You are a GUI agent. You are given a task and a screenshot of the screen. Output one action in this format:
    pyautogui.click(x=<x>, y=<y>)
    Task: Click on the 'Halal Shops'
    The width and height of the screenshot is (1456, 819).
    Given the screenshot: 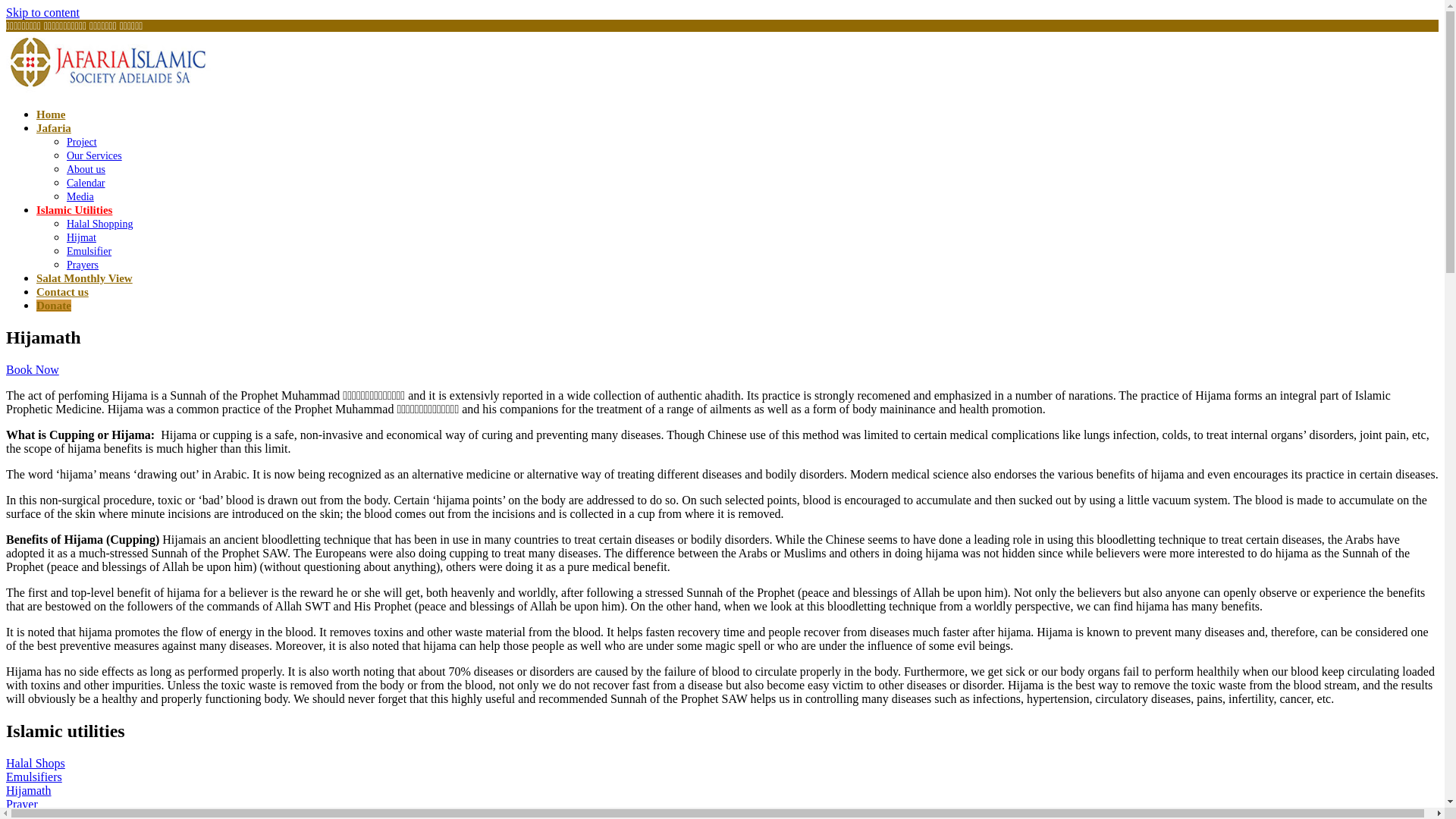 What is the action you would take?
    pyautogui.click(x=36, y=763)
    